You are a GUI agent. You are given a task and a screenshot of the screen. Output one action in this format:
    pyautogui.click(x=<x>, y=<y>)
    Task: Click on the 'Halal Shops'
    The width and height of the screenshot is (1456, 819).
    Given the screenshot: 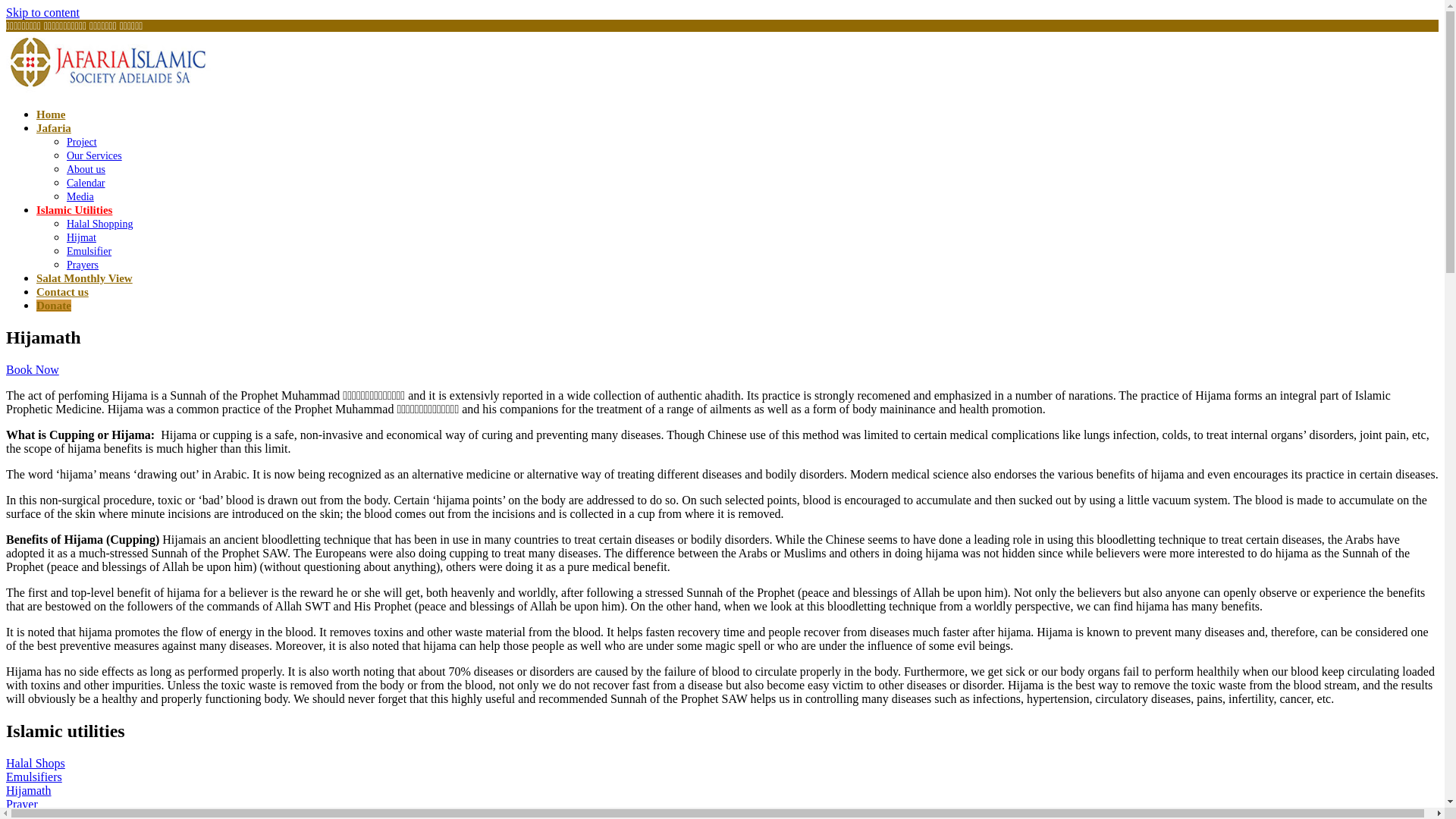 What is the action you would take?
    pyautogui.click(x=36, y=763)
    